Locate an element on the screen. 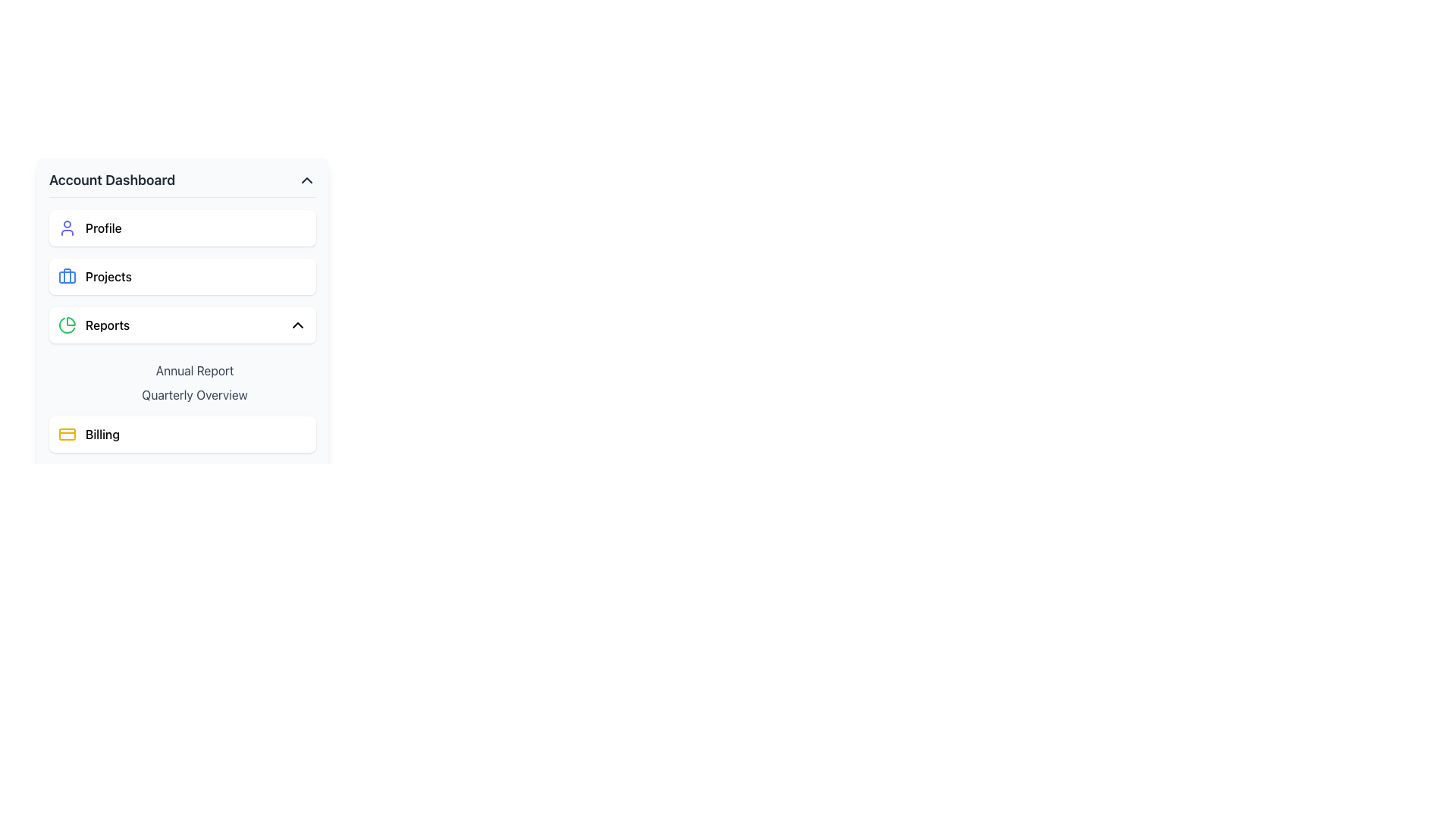 This screenshot has height=819, width=1456. the graphical shape representing the body of the briefcase in the 'Projects' menu item within the SVG element is located at coordinates (67, 278).